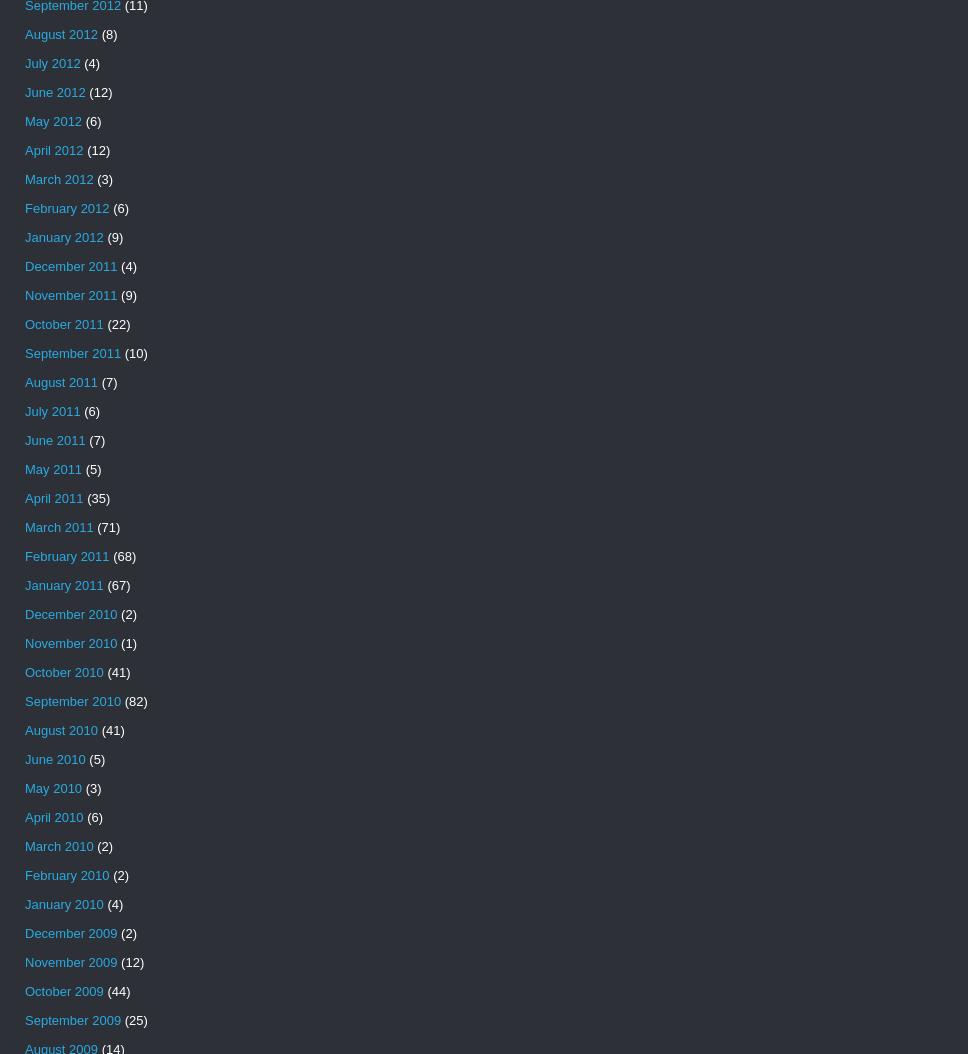  What do you see at coordinates (116, 991) in the screenshot?
I see `'(44)'` at bounding box center [116, 991].